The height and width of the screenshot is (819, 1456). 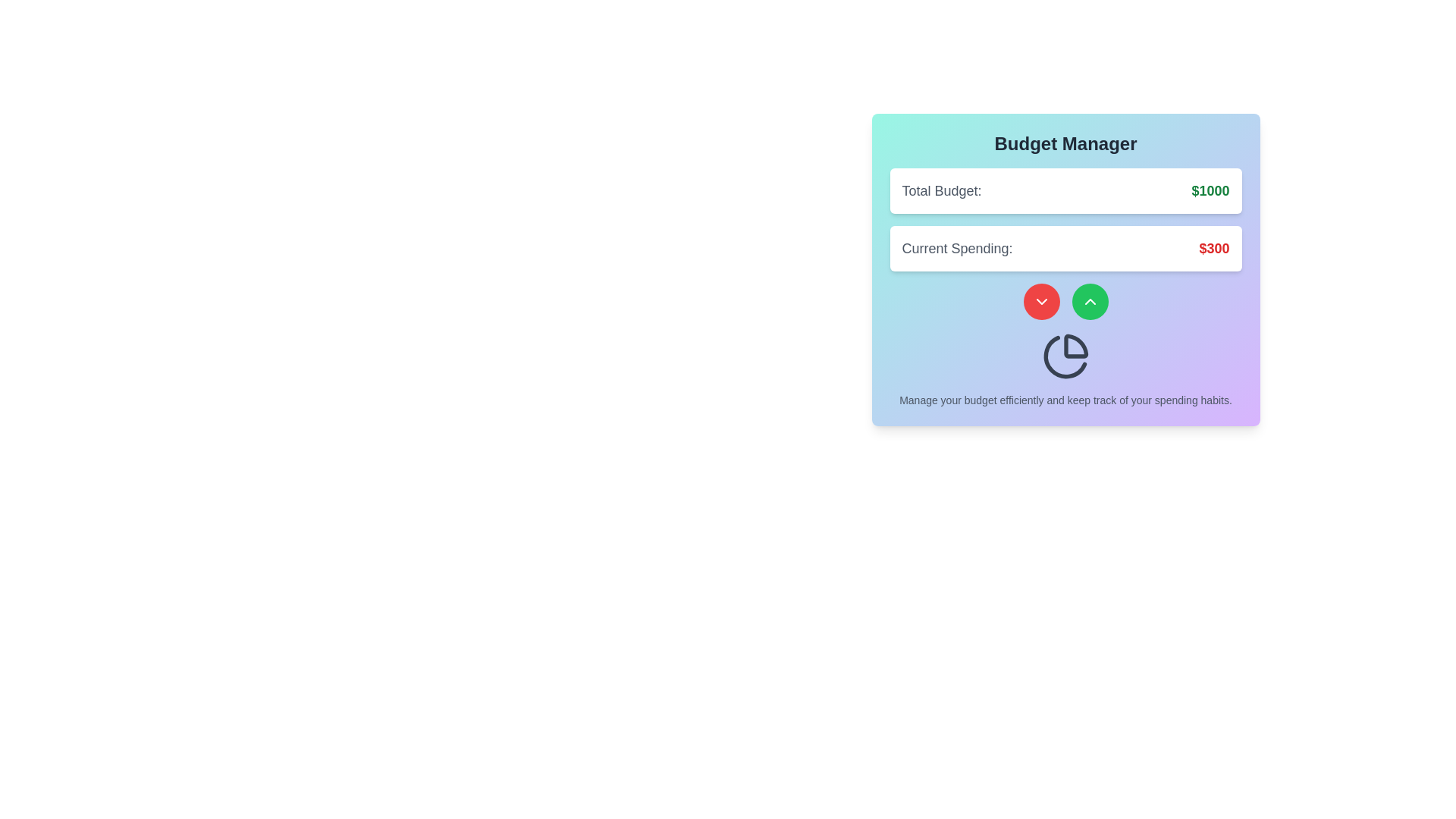 I want to click on the button that increases the value in the 'Current Spending' field, located to the right of a red circular button with a downward chevron, so click(x=1089, y=301).